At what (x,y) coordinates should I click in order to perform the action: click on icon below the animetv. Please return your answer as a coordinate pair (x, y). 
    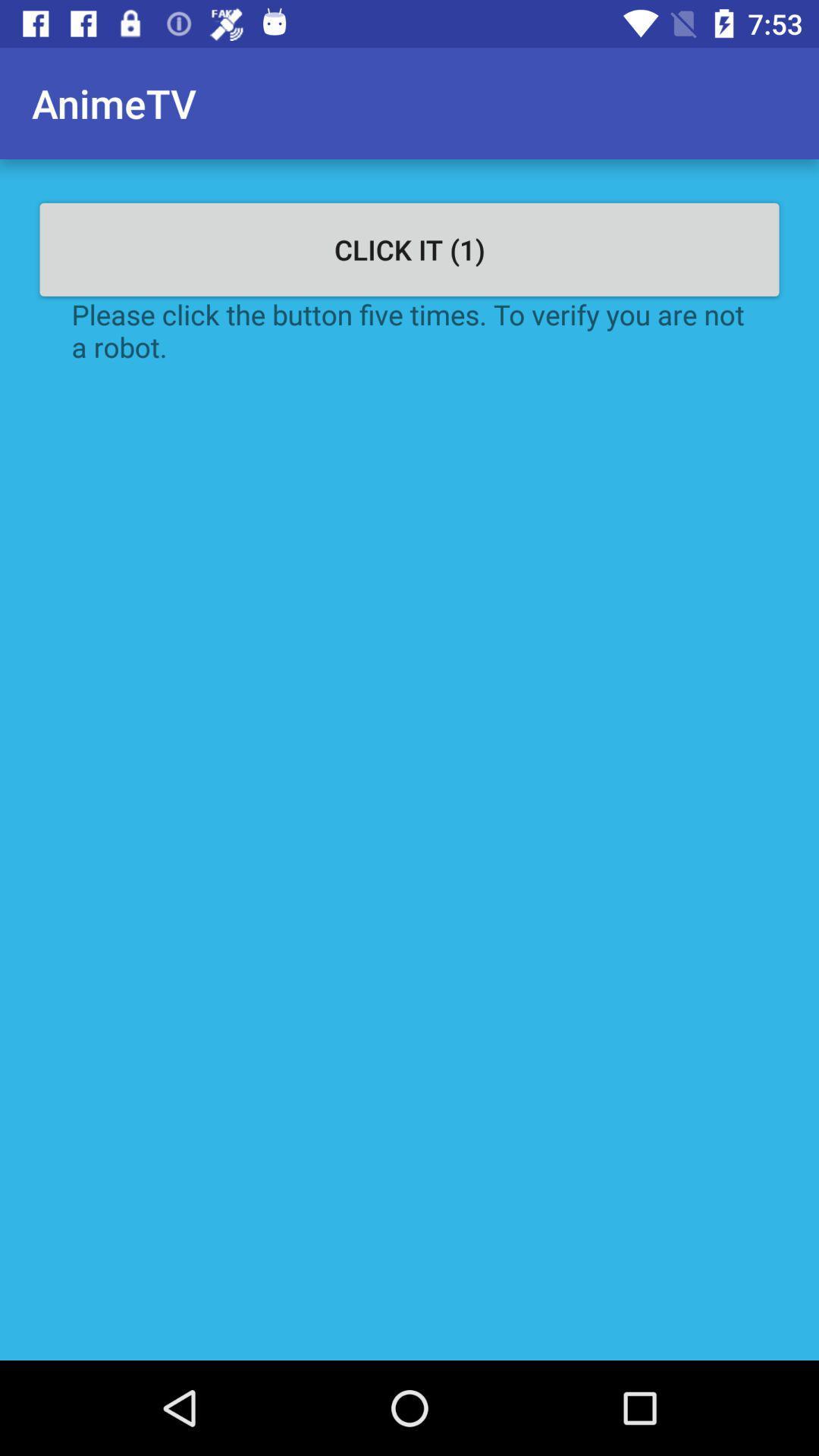
    Looking at the image, I should click on (409, 249).